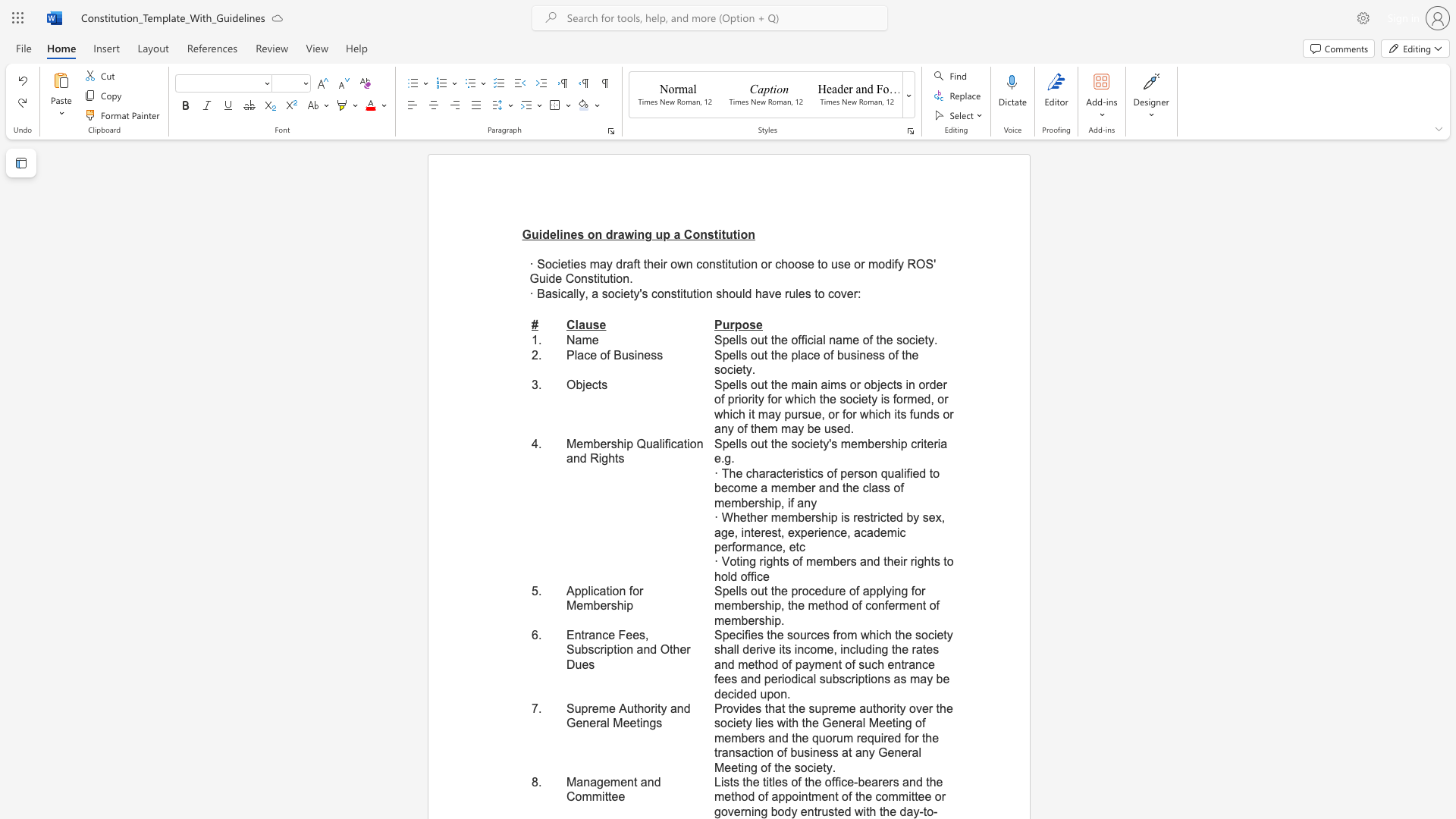 This screenshot has width=1456, height=819. Describe the element at coordinates (896, 263) in the screenshot. I see `the 2th character "f" in the text` at that location.